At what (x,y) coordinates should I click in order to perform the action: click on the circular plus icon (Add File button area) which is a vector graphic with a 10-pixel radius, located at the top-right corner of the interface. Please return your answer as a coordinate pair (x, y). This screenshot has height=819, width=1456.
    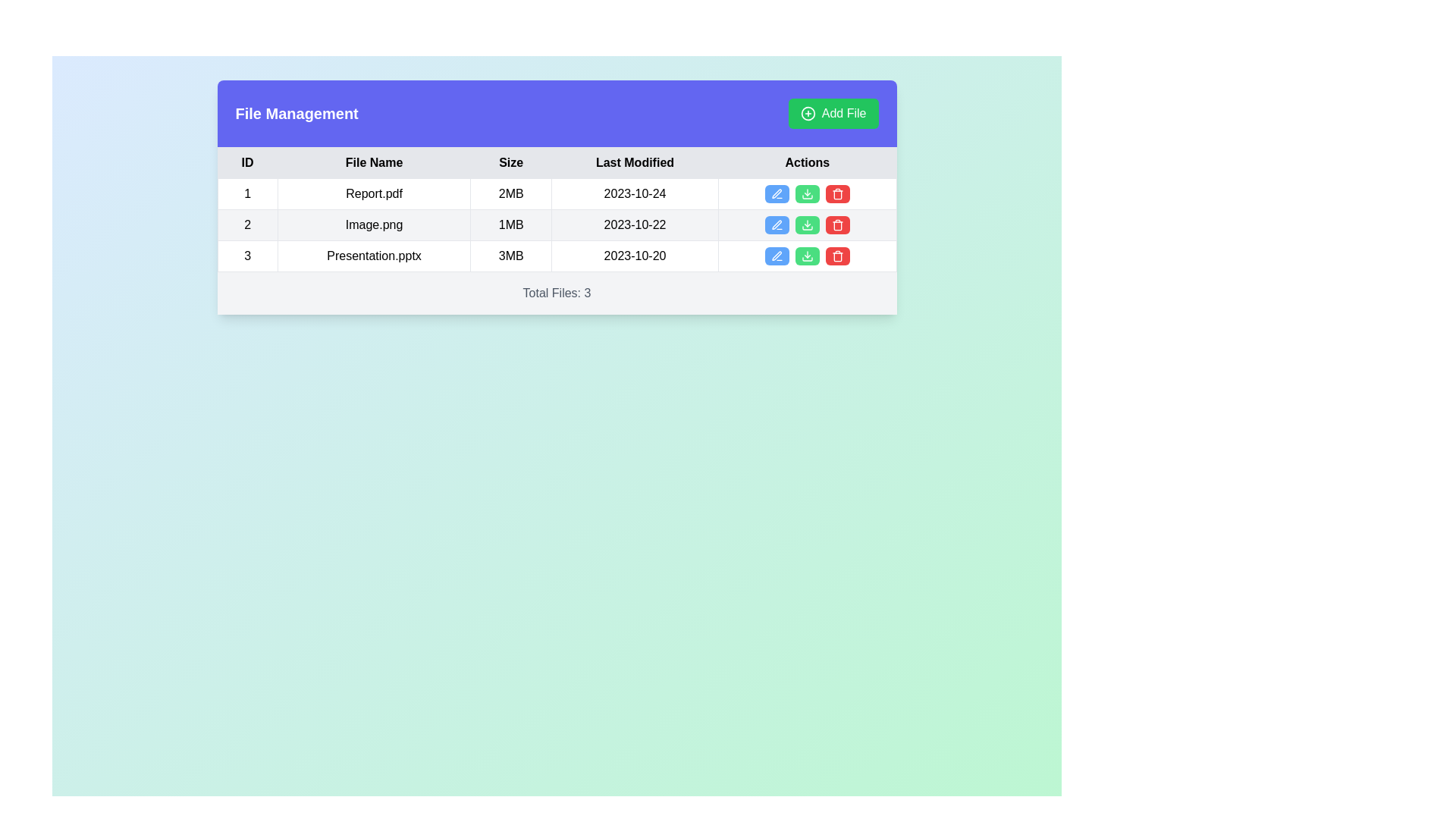
    Looking at the image, I should click on (807, 113).